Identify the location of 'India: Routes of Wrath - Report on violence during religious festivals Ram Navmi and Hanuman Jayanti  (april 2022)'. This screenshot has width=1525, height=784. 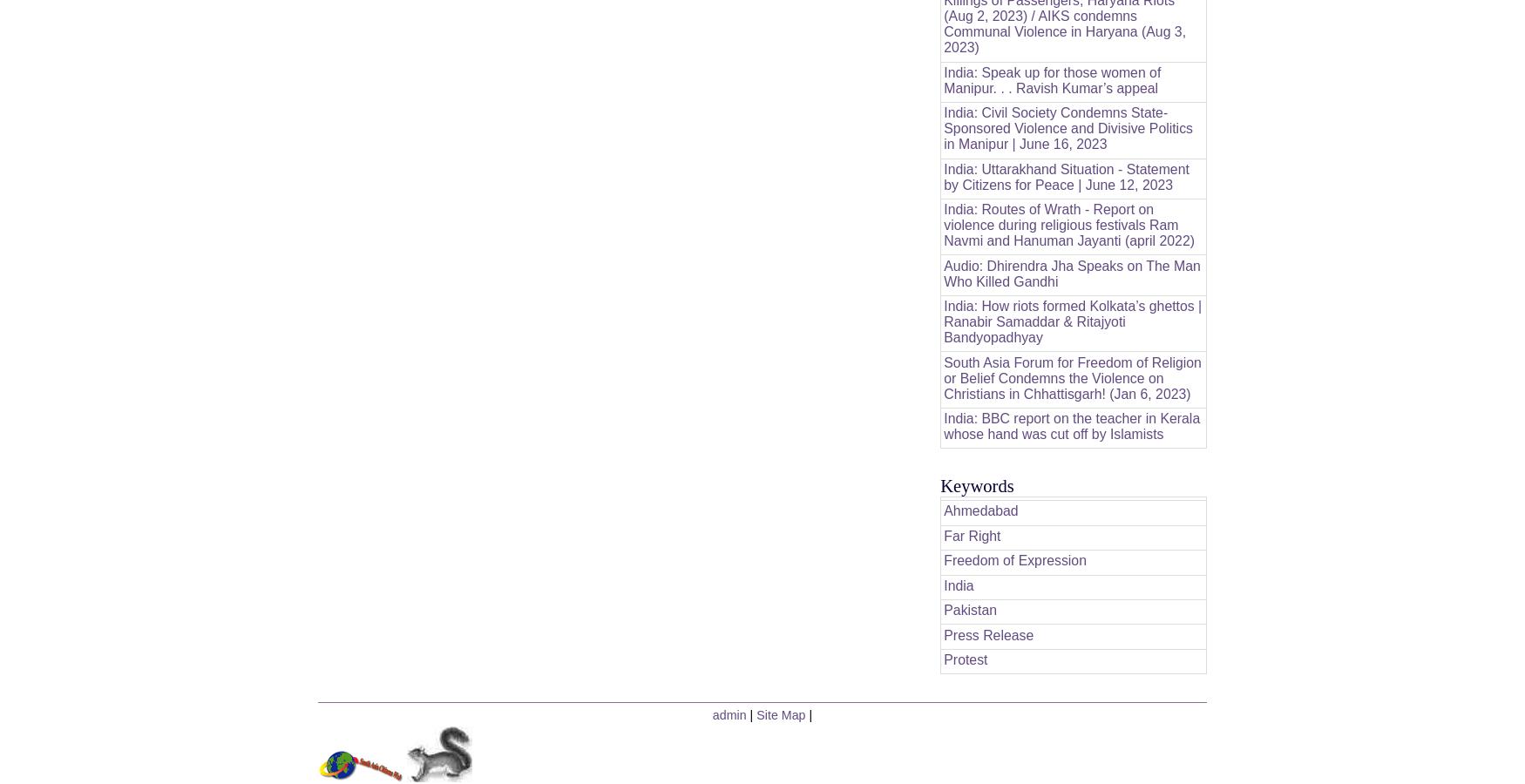
(1068, 224).